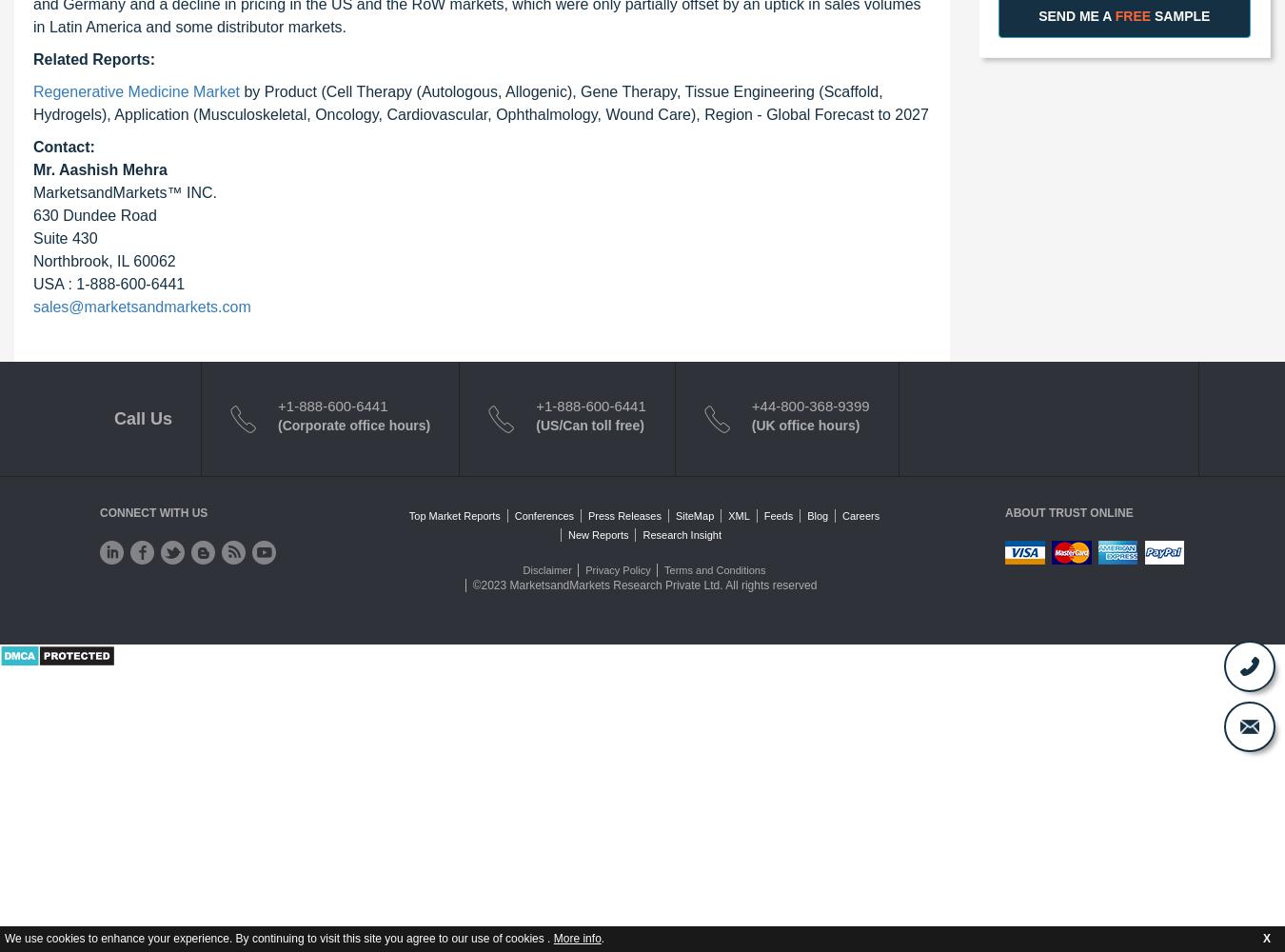 The width and height of the screenshot is (1285, 952). What do you see at coordinates (93, 213) in the screenshot?
I see `'630 Dundee Road'` at bounding box center [93, 213].